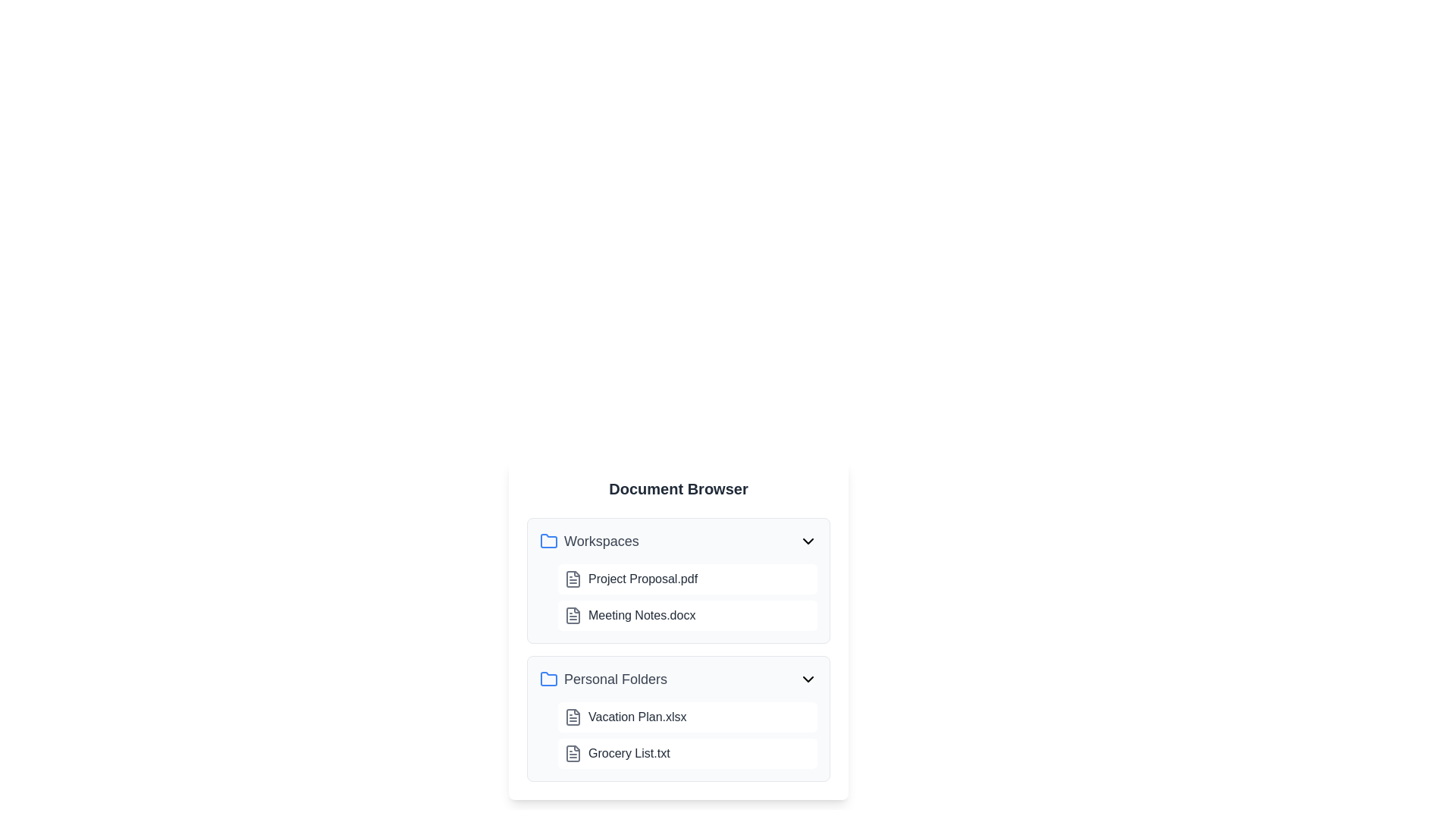 The width and height of the screenshot is (1456, 819). I want to click on the 'Personal Folders' text in the blue folder entry, so click(603, 678).